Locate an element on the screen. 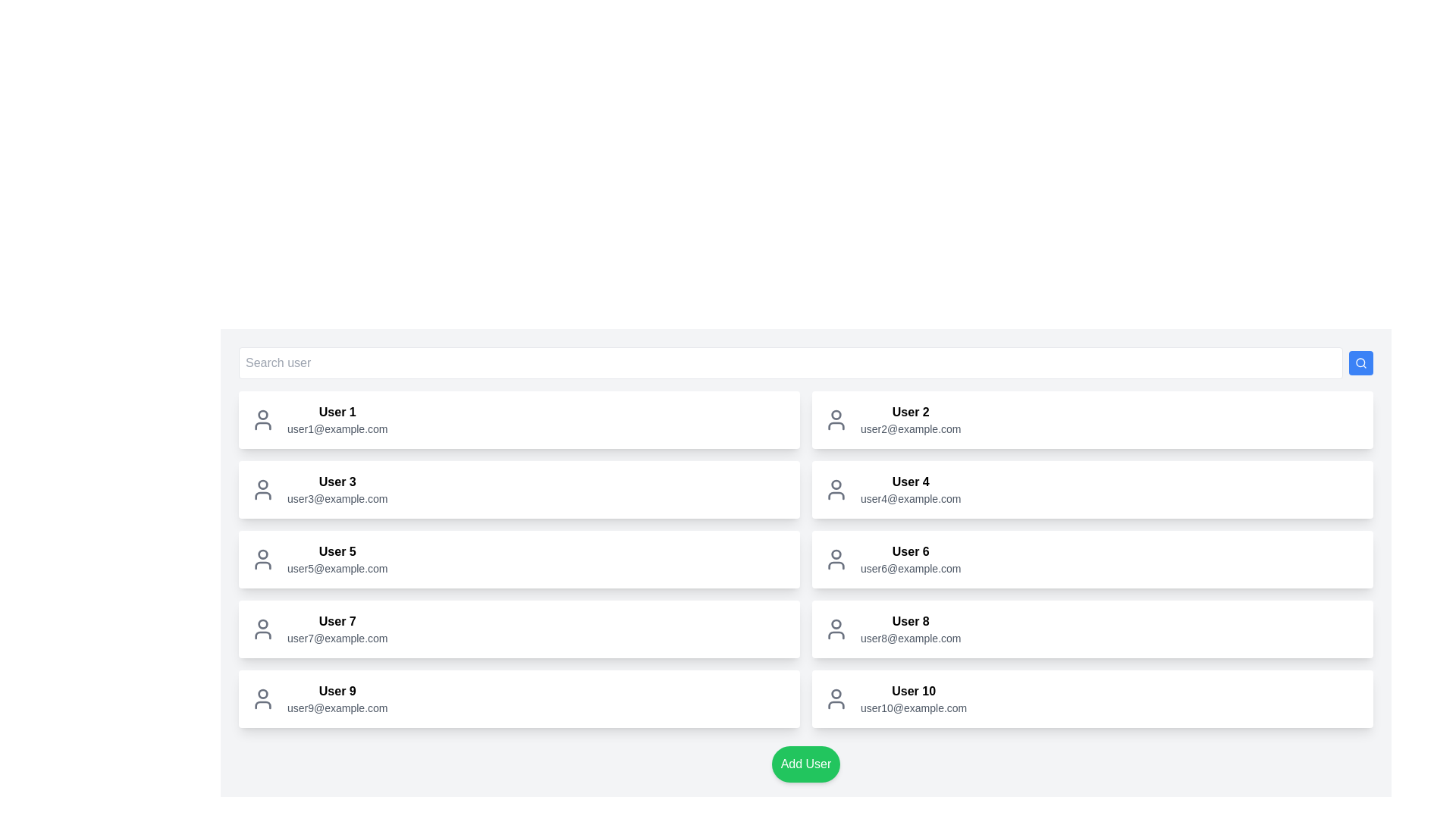 This screenshot has width=1456, height=819. the name label of the user entry for 'User 5', which is located in the third position from the top in the list of user entries is located at coordinates (337, 552).